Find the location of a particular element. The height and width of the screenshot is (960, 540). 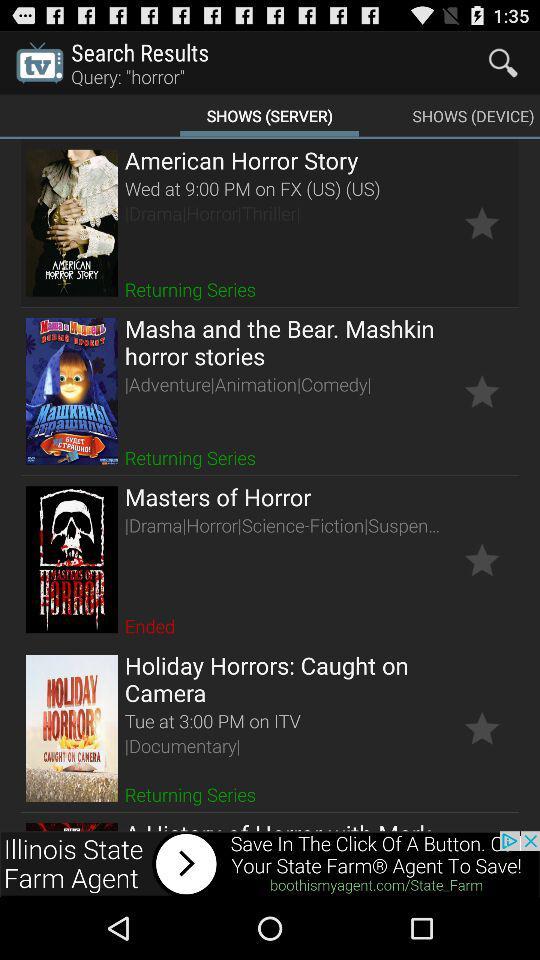

advertisement link is located at coordinates (270, 863).